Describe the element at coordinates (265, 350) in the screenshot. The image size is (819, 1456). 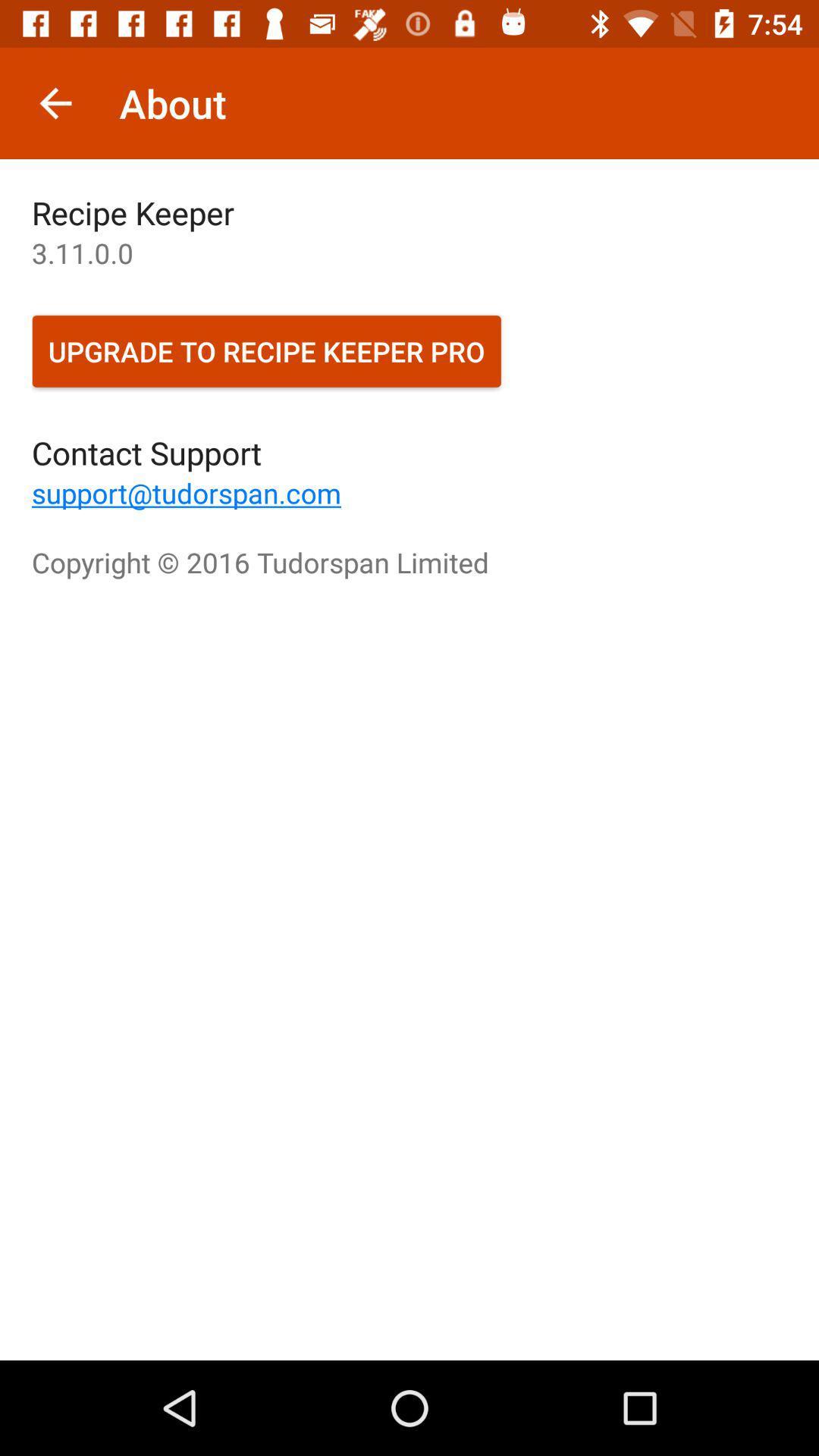
I see `the item below the 3 11 0 icon` at that location.